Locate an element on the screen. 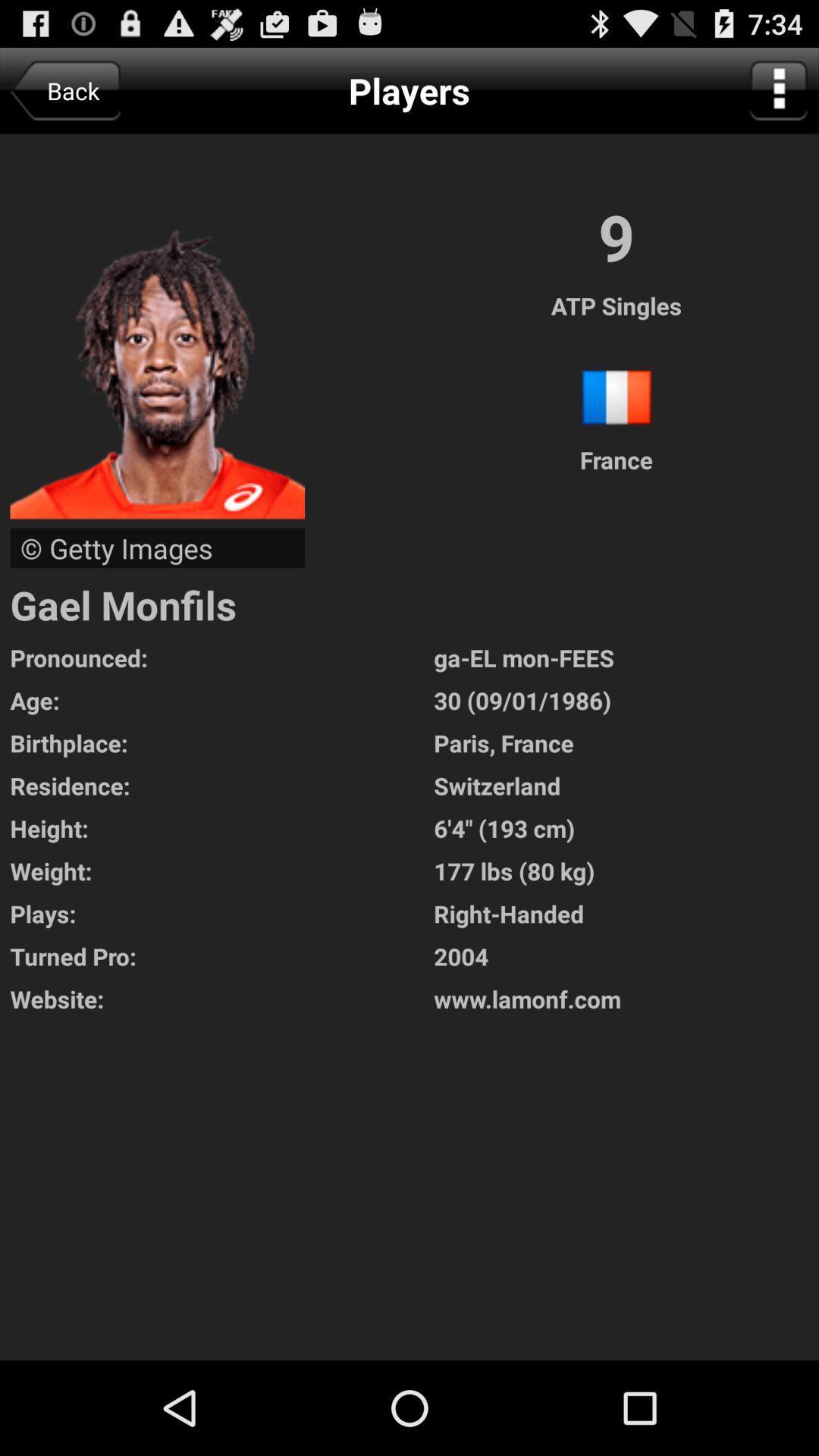 The image size is (819, 1456). height: is located at coordinates (221, 827).